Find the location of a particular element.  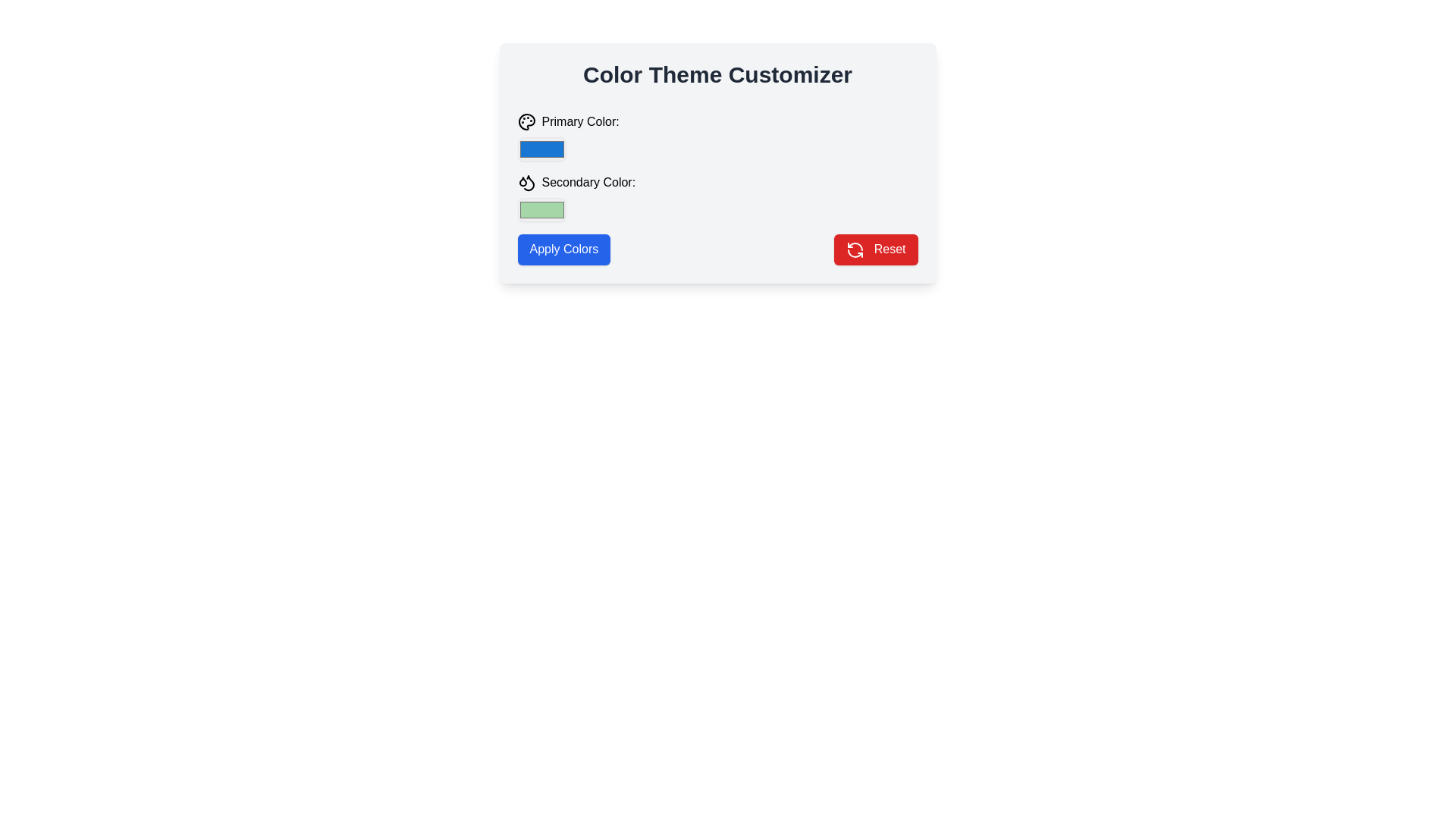

the refresh icon within the red 'Reset' button located in the bottom-right corner of the interface is located at coordinates (855, 249).